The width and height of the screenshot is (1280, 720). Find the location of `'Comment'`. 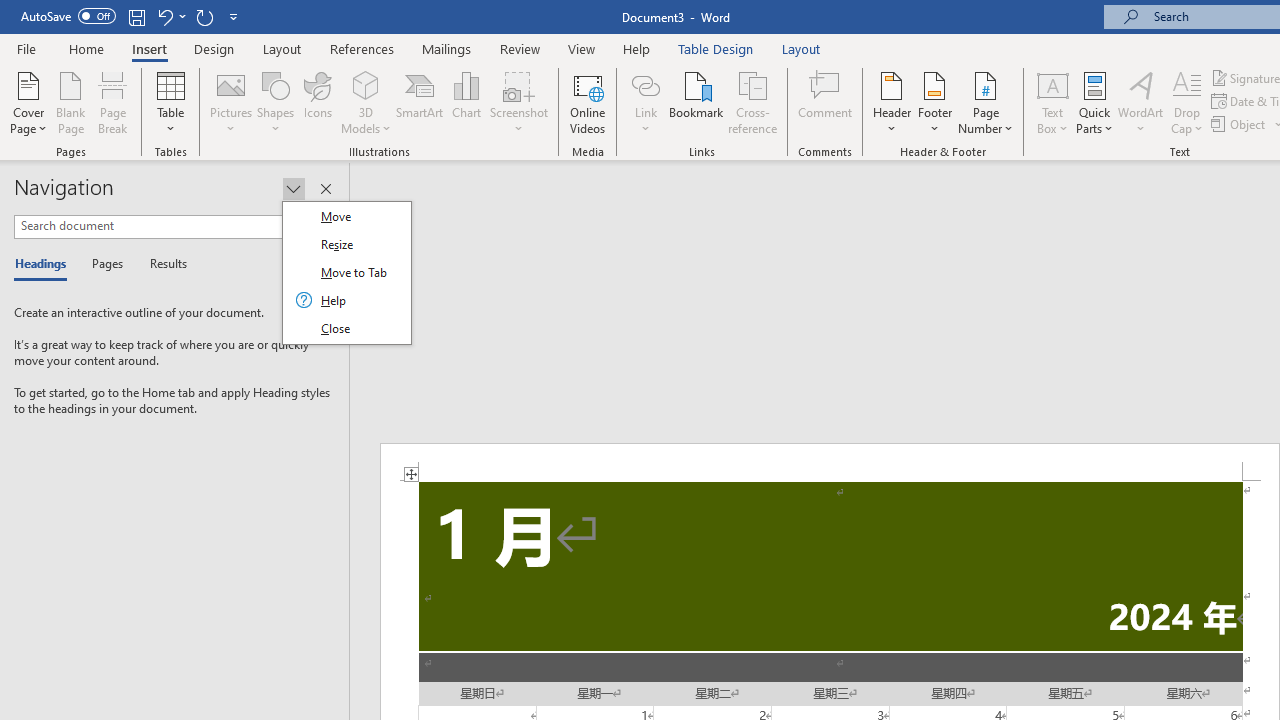

'Comment' is located at coordinates (825, 103).